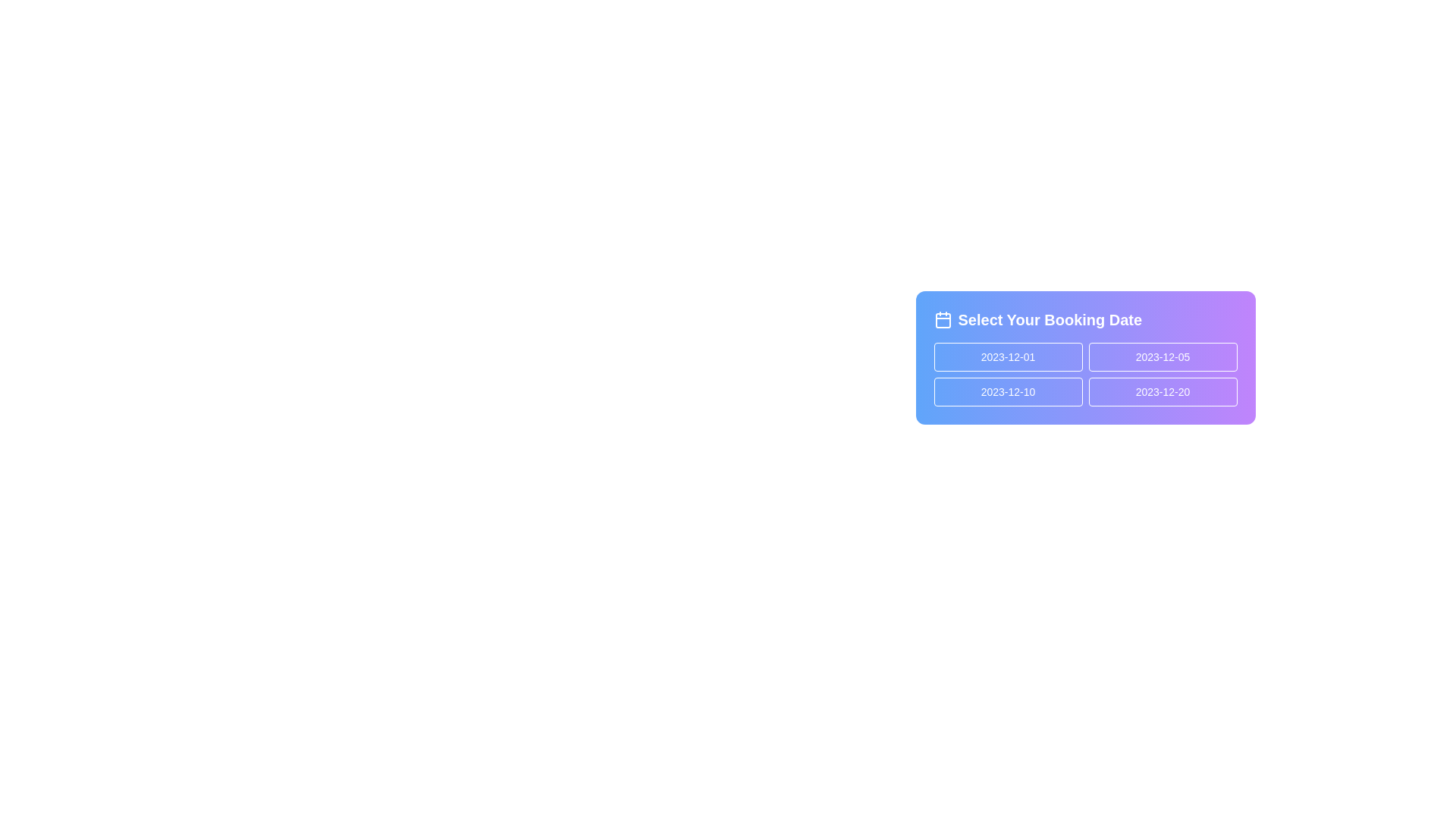  What do you see at coordinates (1084, 318) in the screenshot?
I see `the Heading with an Icon element that features a calendar symbol and the text 'Select Your Booking Date', located within the uppermost component of a vertical card with a gradient background` at bounding box center [1084, 318].